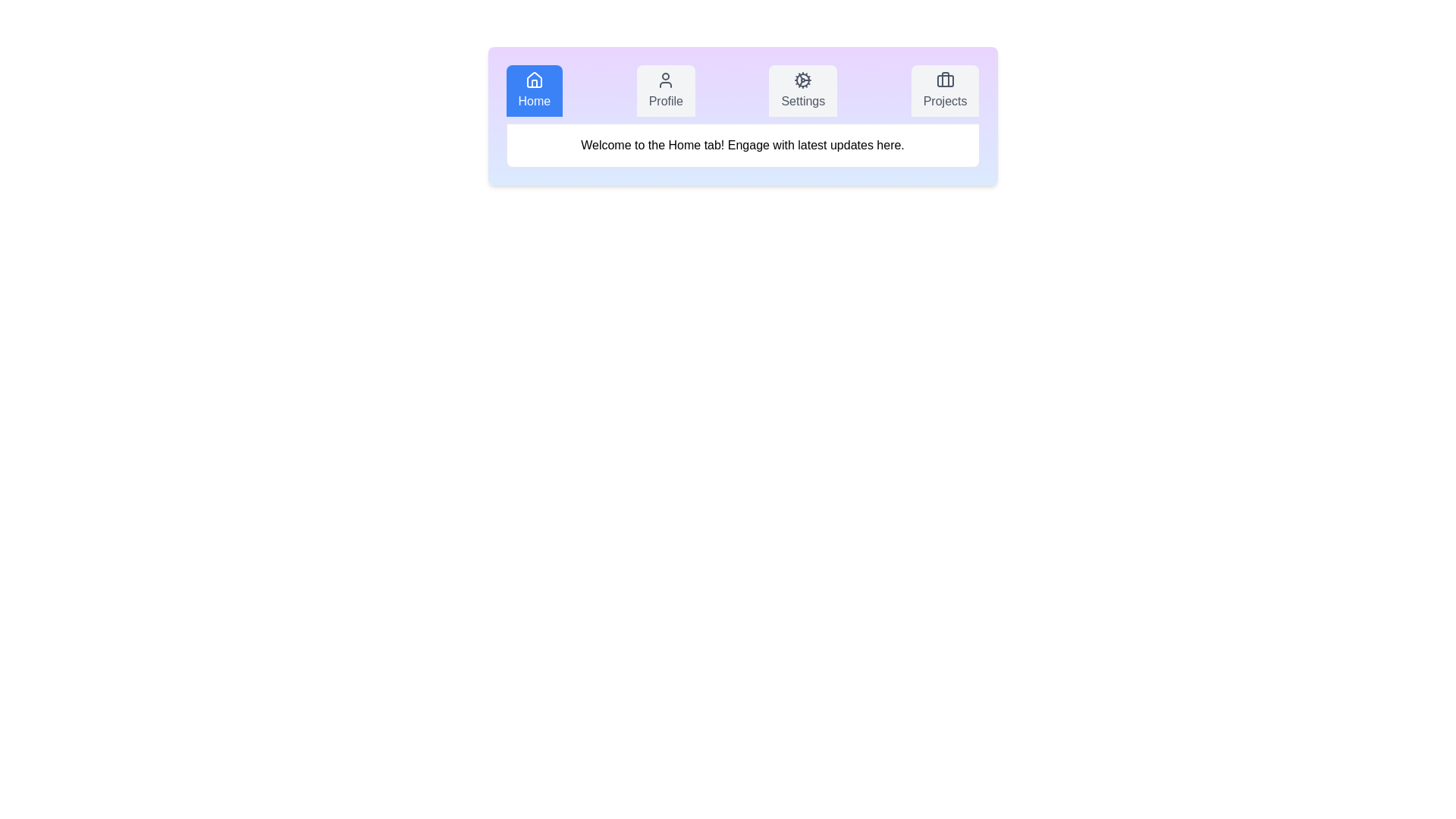 The height and width of the screenshot is (819, 1456). I want to click on the 'Profile' button, which is a rectangular button with a soft gray background and an icon of a human figure above the text 'Profile', located, so click(666, 90).